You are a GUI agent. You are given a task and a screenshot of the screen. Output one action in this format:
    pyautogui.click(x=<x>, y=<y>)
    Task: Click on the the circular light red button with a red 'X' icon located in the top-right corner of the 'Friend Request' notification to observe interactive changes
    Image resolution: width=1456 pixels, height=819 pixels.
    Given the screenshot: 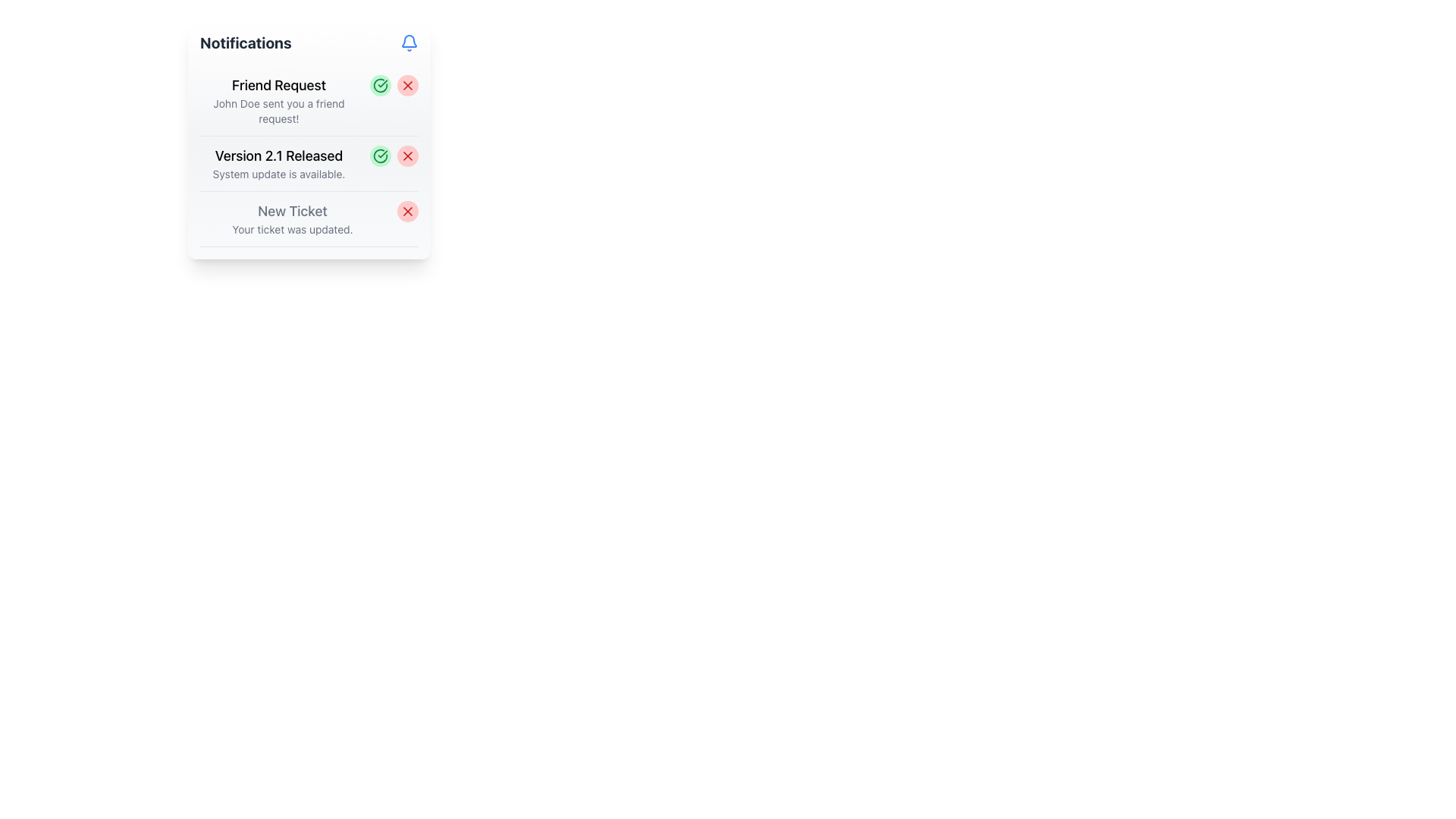 What is the action you would take?
    pyautogui.click(x=407, y=85)
    